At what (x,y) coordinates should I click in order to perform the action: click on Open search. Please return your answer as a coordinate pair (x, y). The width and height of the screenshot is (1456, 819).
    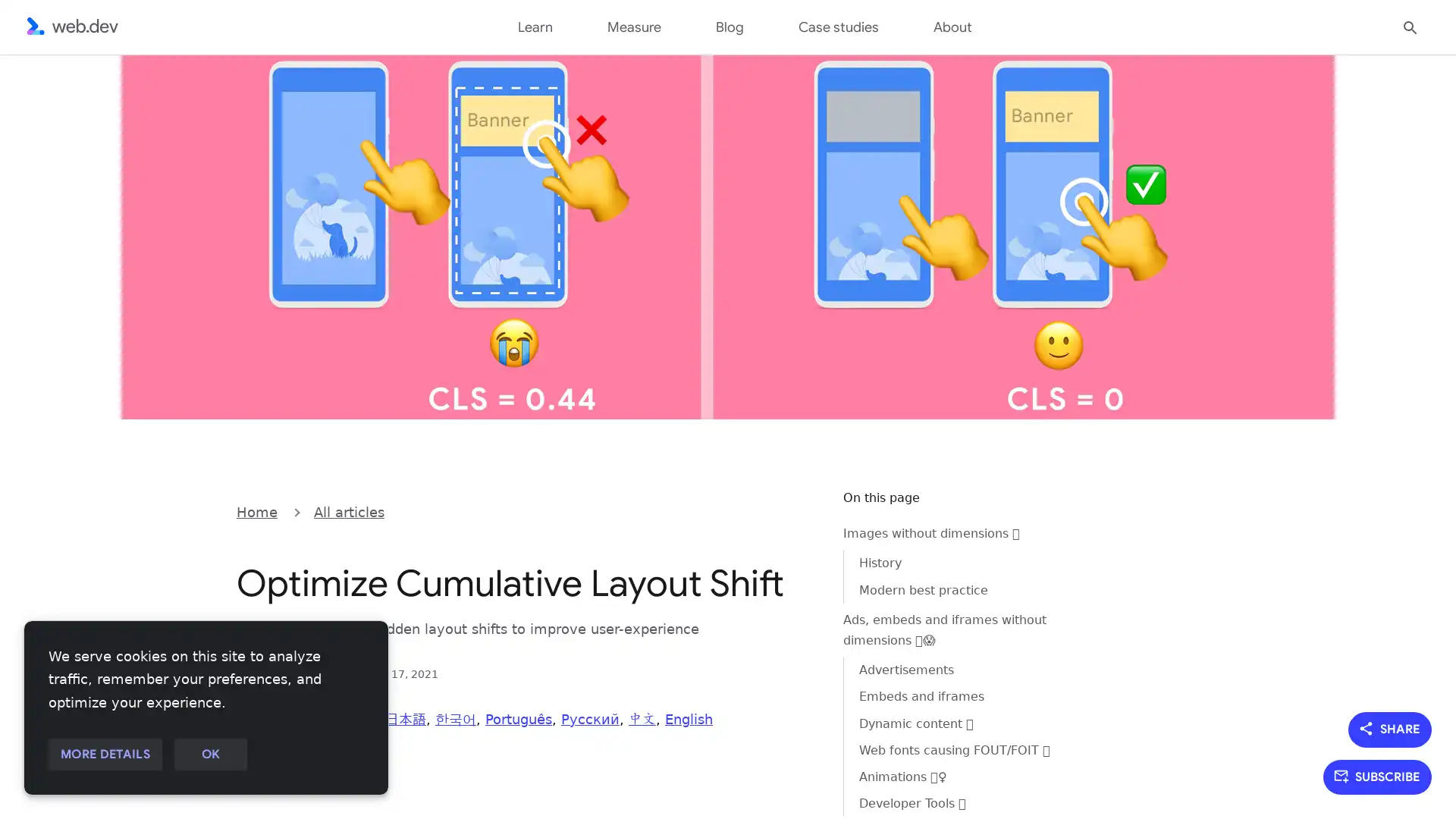
    Looking at the image, I should click on (1410, 26).